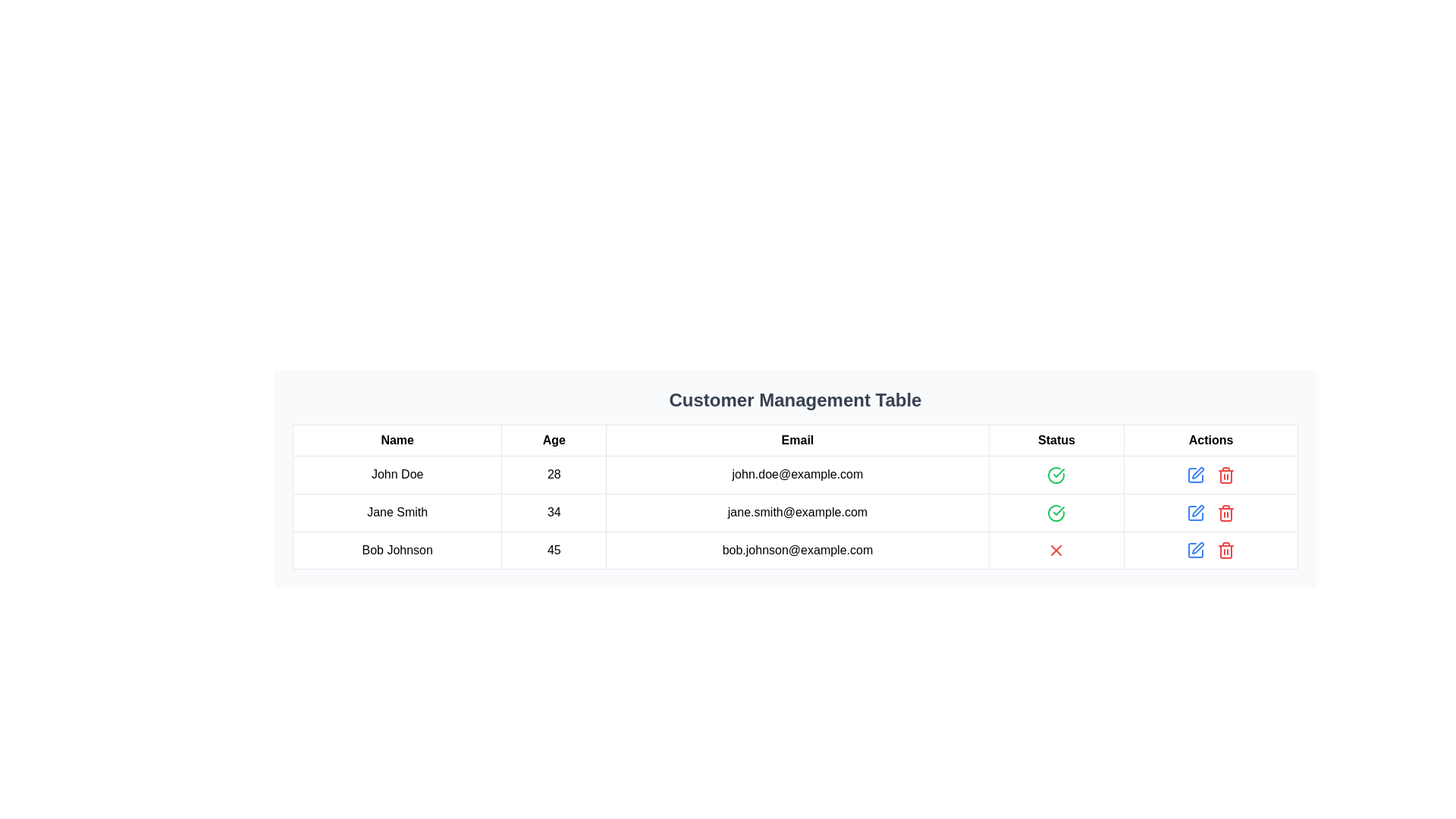 This screenshot has height=819, width=1456. I want to click on the delete button located in the 'Actions' column of the third row of the table, so click(1226, 512).